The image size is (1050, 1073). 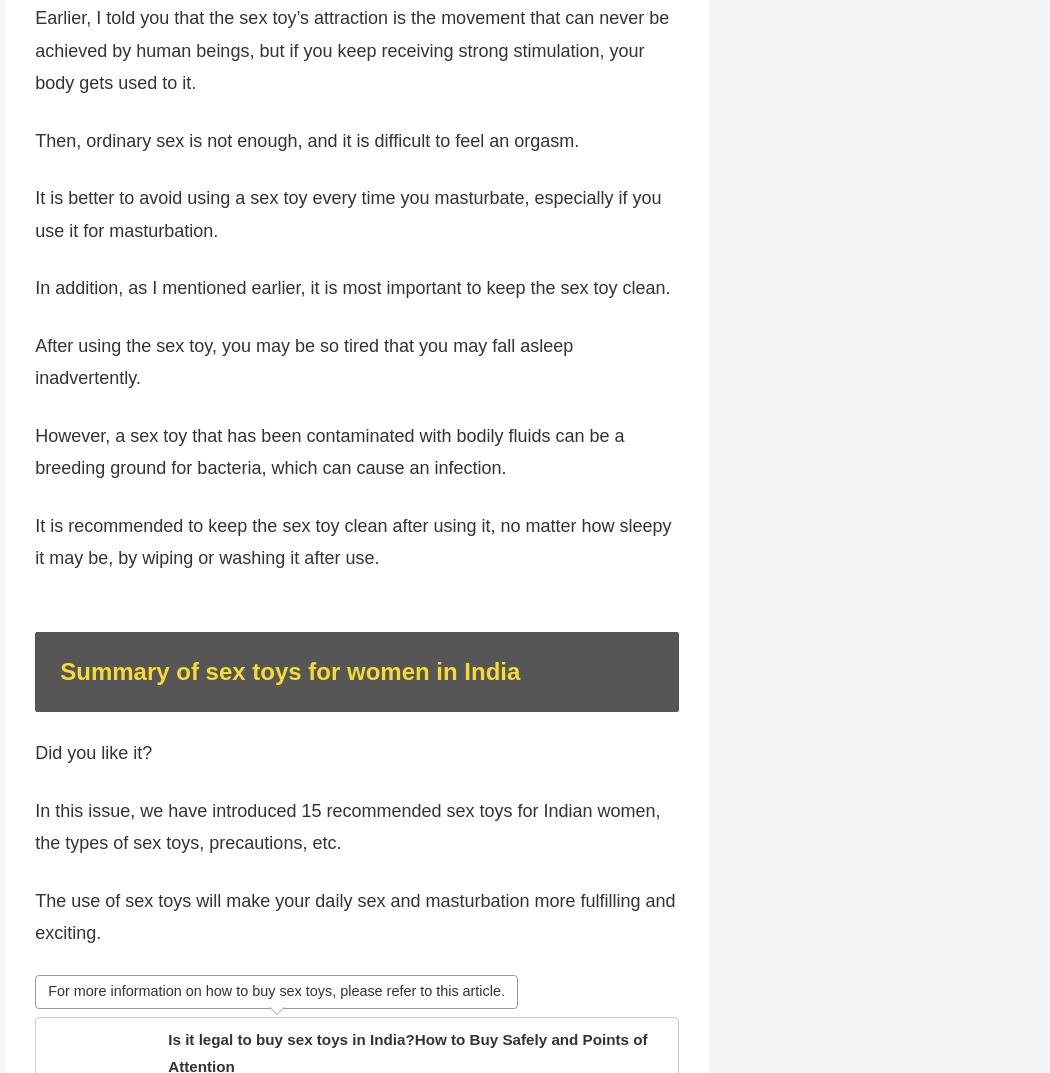 What do you see at coordinates (34, 176) in the screenshot?
I see `'Then, ordinary sex is not enough, and it is difficult to feel an orgasm.'` at bounding box center [34, 176].